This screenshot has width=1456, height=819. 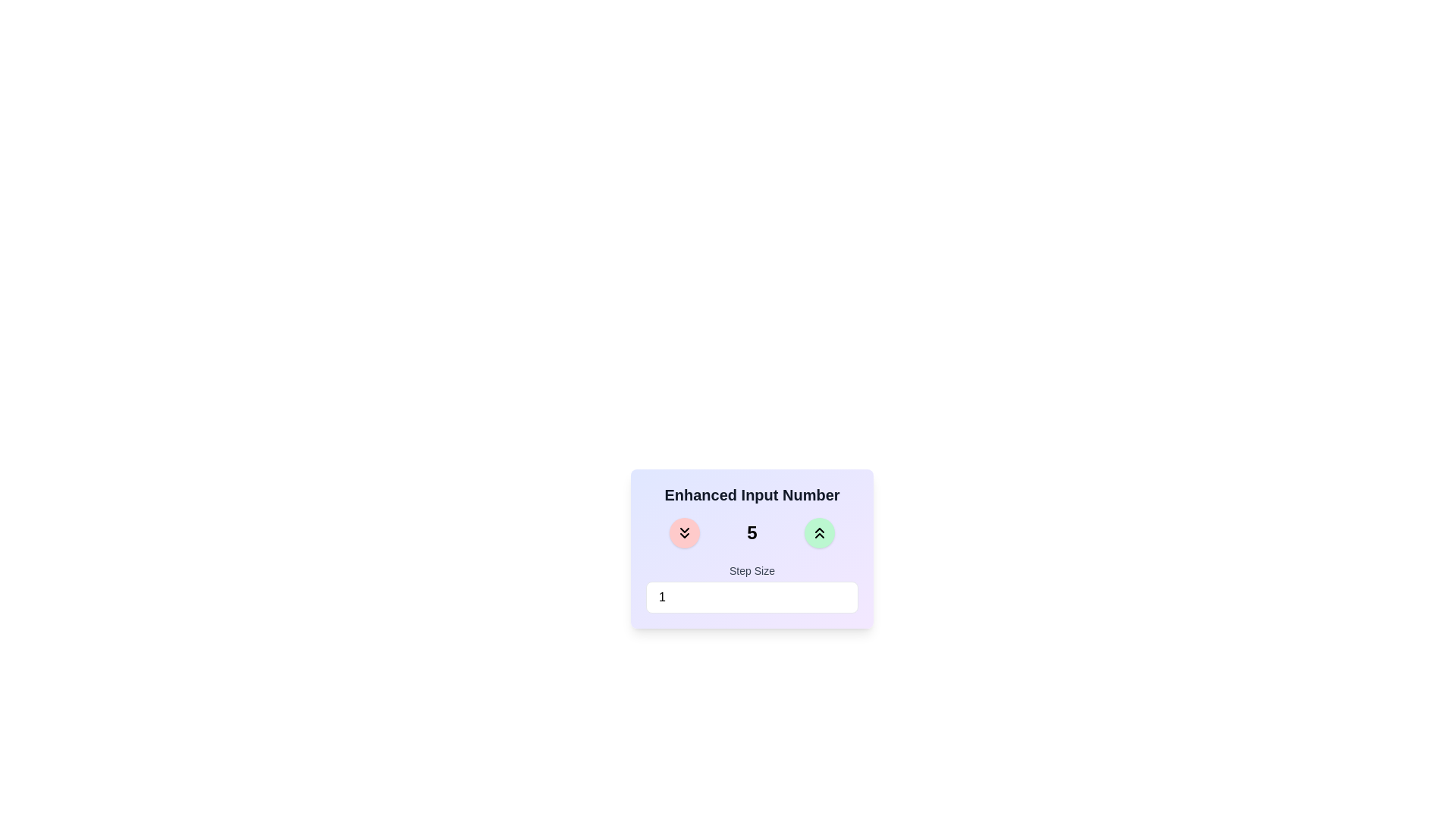 What do you see at coordinates (818, 532) in the screenshot?
I see `the increment button located to the right of the numeric value display that currently shows '5' to increase the value` at bounding box center [818, 532].